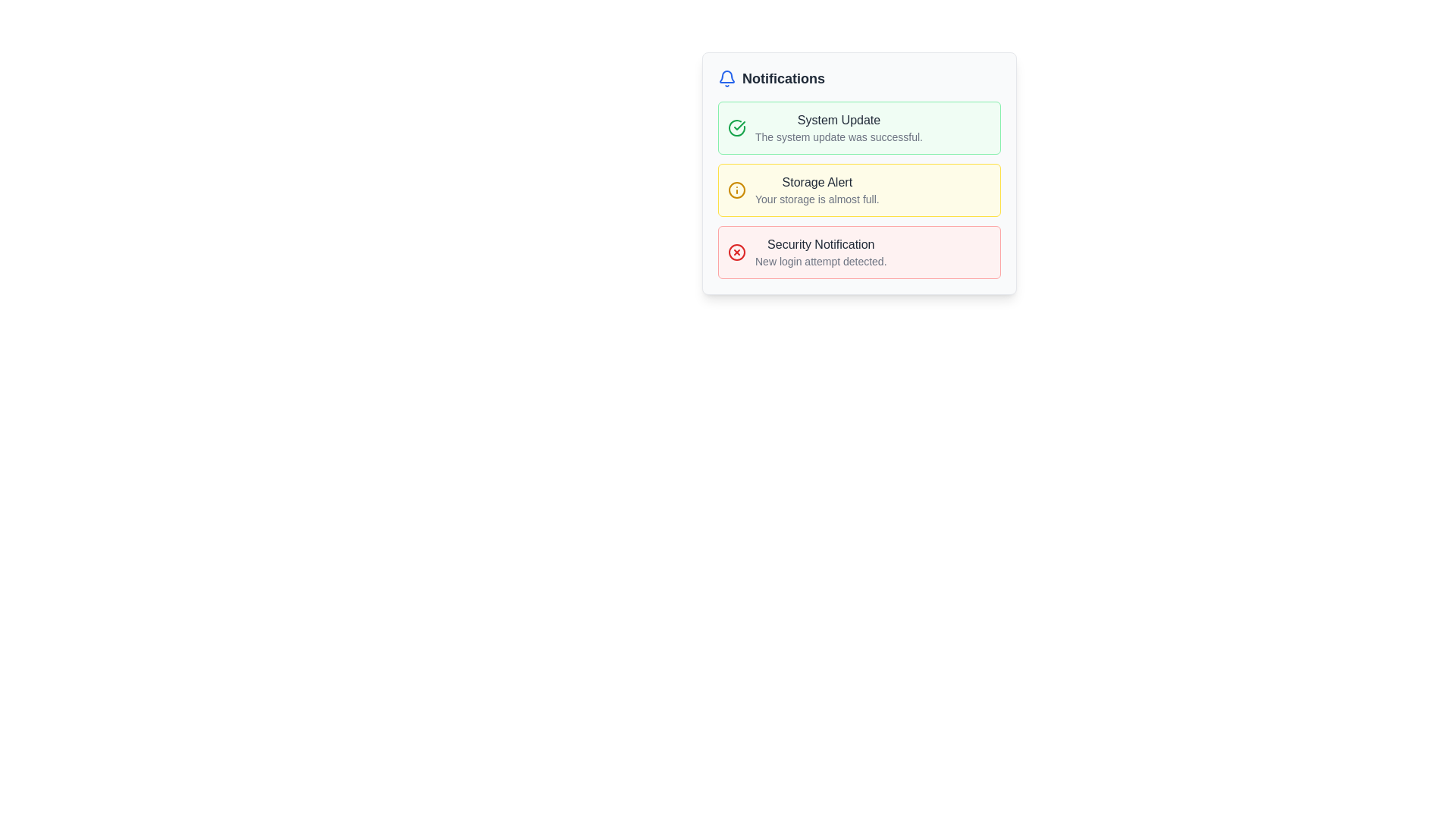 The image size is (1456, 819). What do you see at coordinates (783, 79) in the screenshot?
I see `the static text label that serves as a title for the notification section, located centrally near the top of the notification panel, to the right of a bell icon` at bounding box center [783, 79].